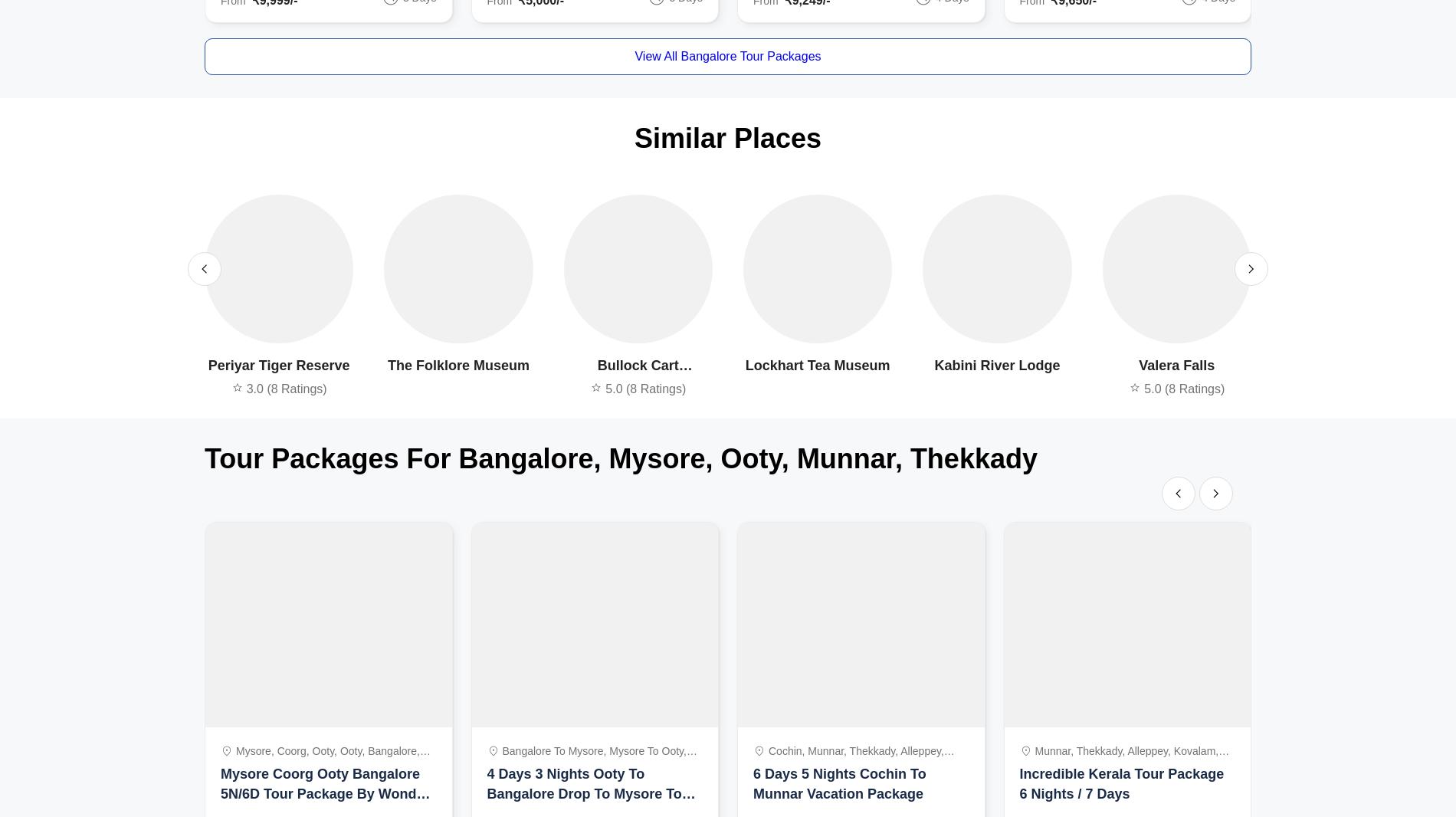  What do you see at coordinates (1121, 784) in the screenshot?
I see `'Incredible Kerala Tour Package  6 Nights / 7 Days'` at bounding box center [1121, 784].